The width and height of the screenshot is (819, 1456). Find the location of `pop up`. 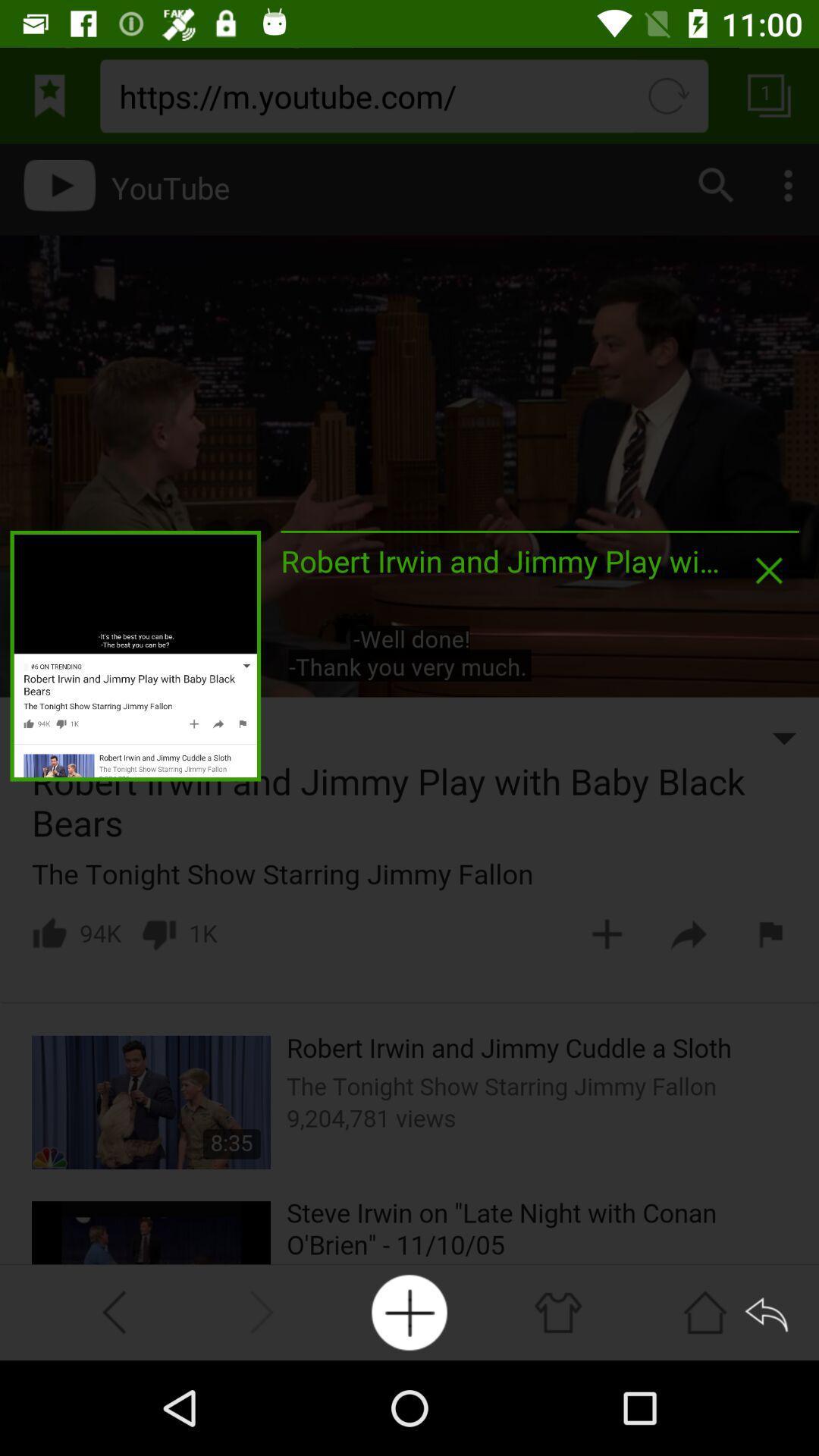

pop up is located at coordinates (769, 570).